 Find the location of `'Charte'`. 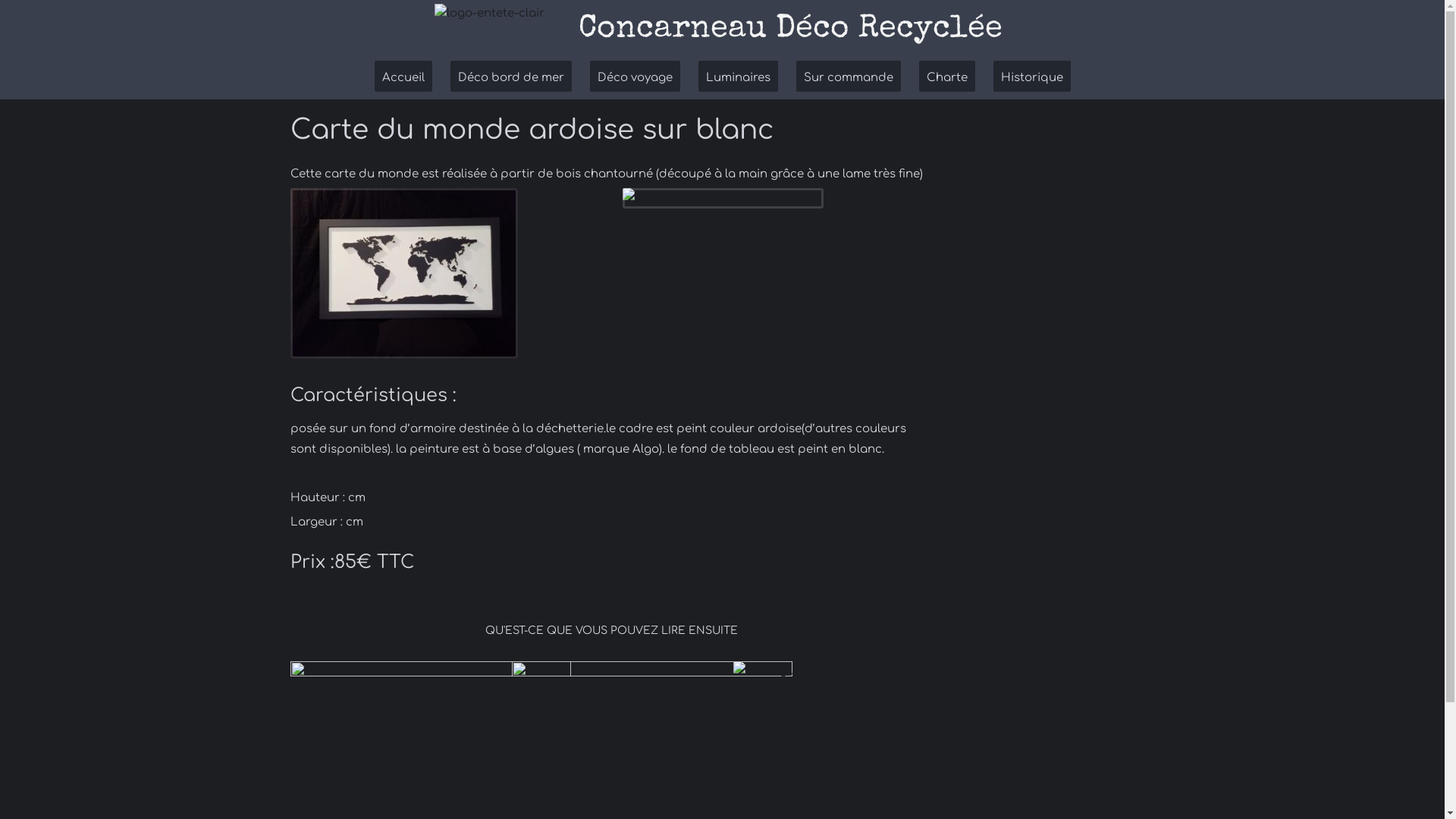

'Charte' is located at coordinates (946, 77).